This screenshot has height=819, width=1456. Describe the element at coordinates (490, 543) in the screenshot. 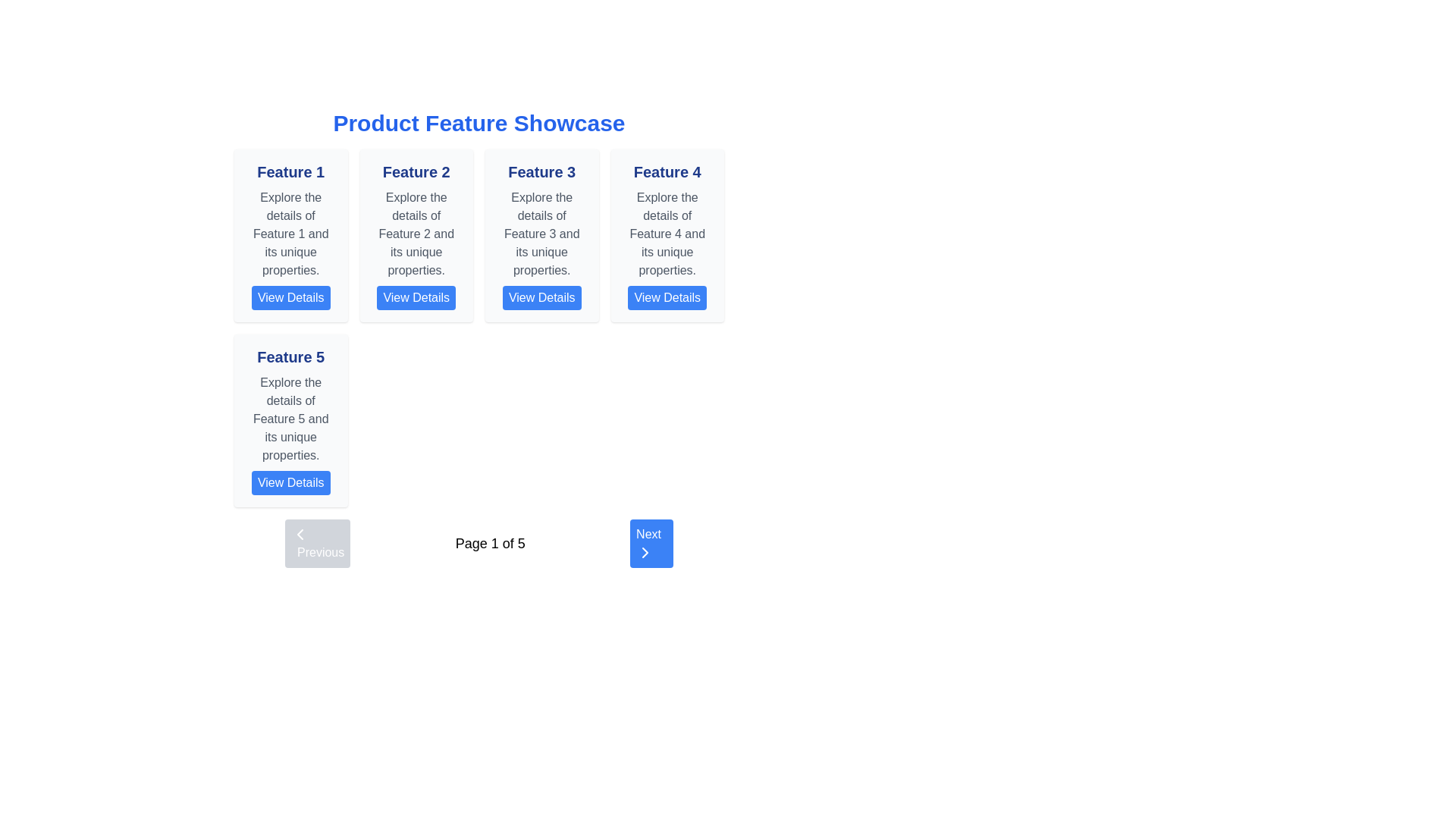

I see `the textual indicator reading 'Page 1 of 5' located in the bottom center of the navigation bar, positioned between the 'Previous' and 'Next' buttons` at that location.